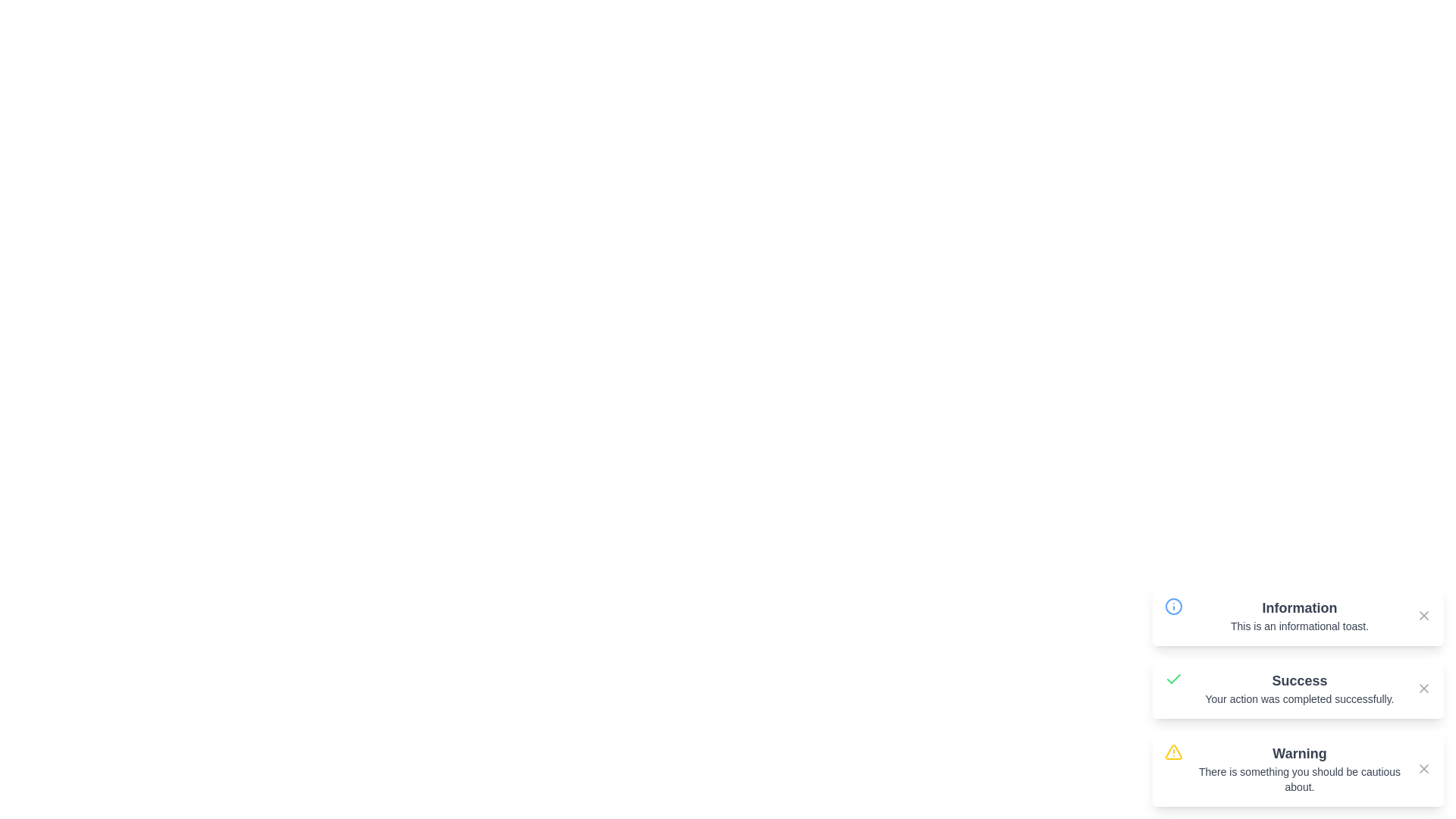 The height and width of the screenshot is (819, 1456). Describe the element at coordinates (1298, 769) in the screenshot. I see `the third notification toast located at the bottom right corner of the interface to interact with its contents` at that location.